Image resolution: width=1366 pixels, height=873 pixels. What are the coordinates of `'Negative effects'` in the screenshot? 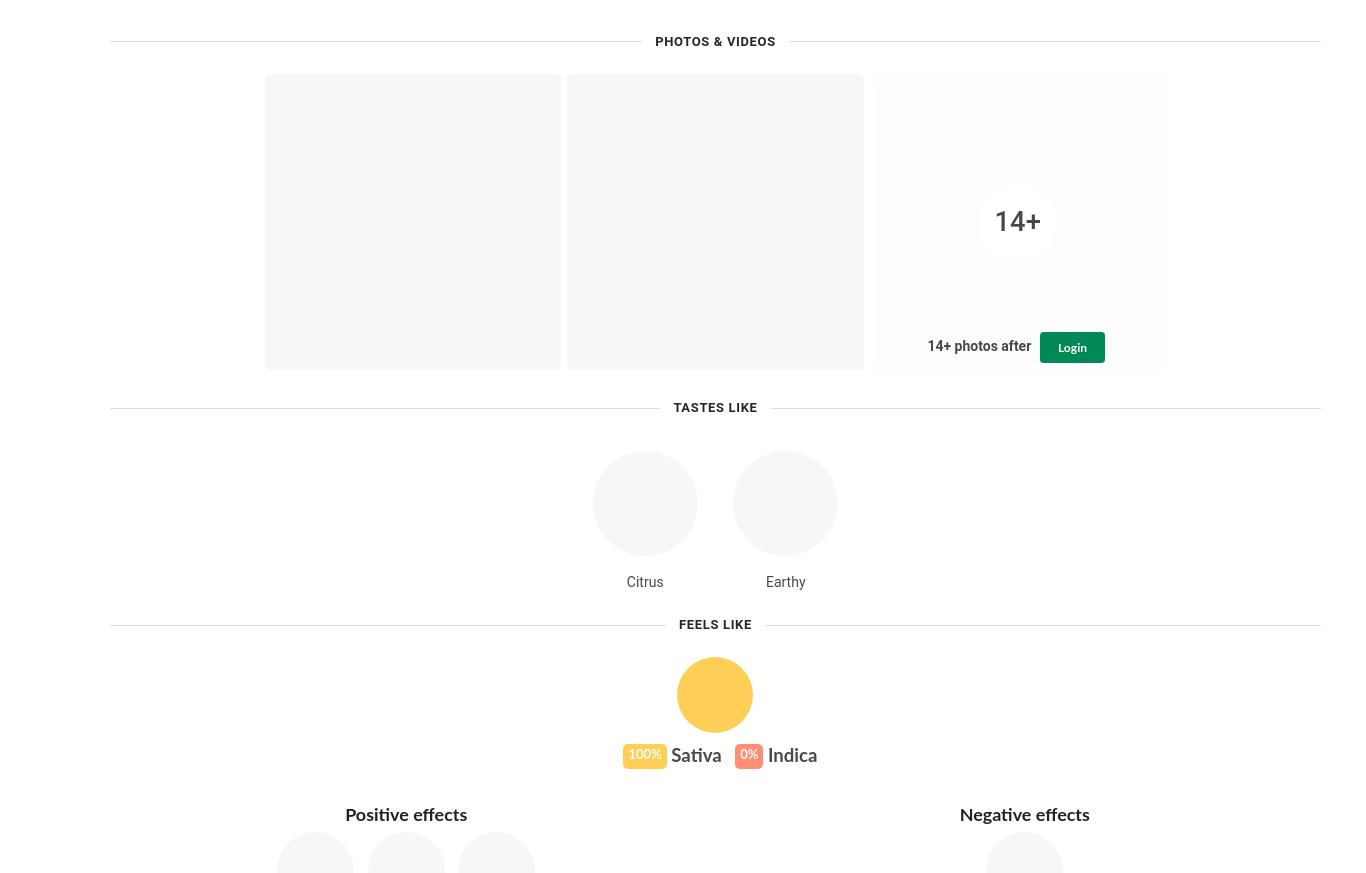 It's located at (1023, 815).